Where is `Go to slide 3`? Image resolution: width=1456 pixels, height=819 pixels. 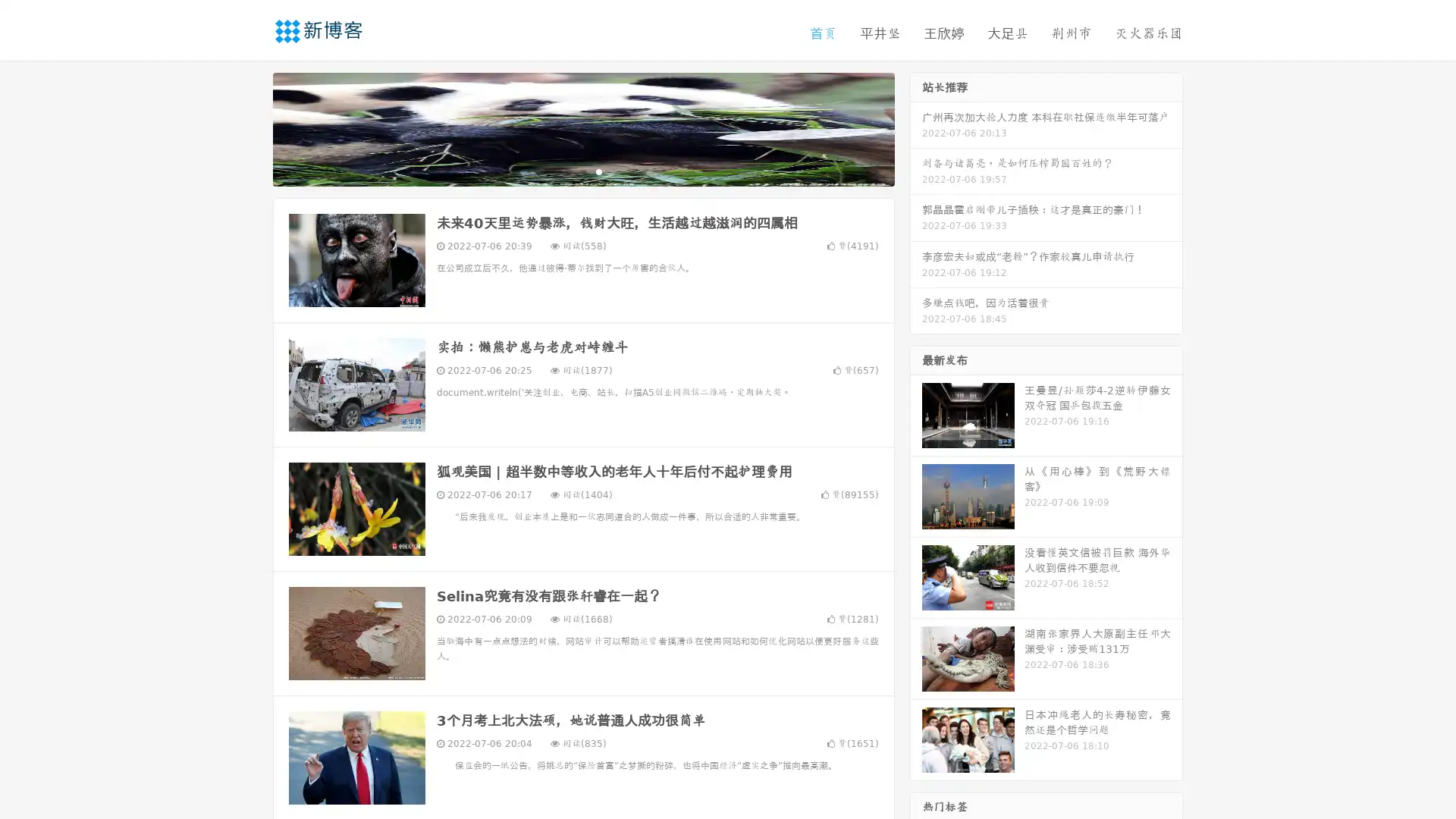
Go to slide 3 is located at coordinates (598, 171).